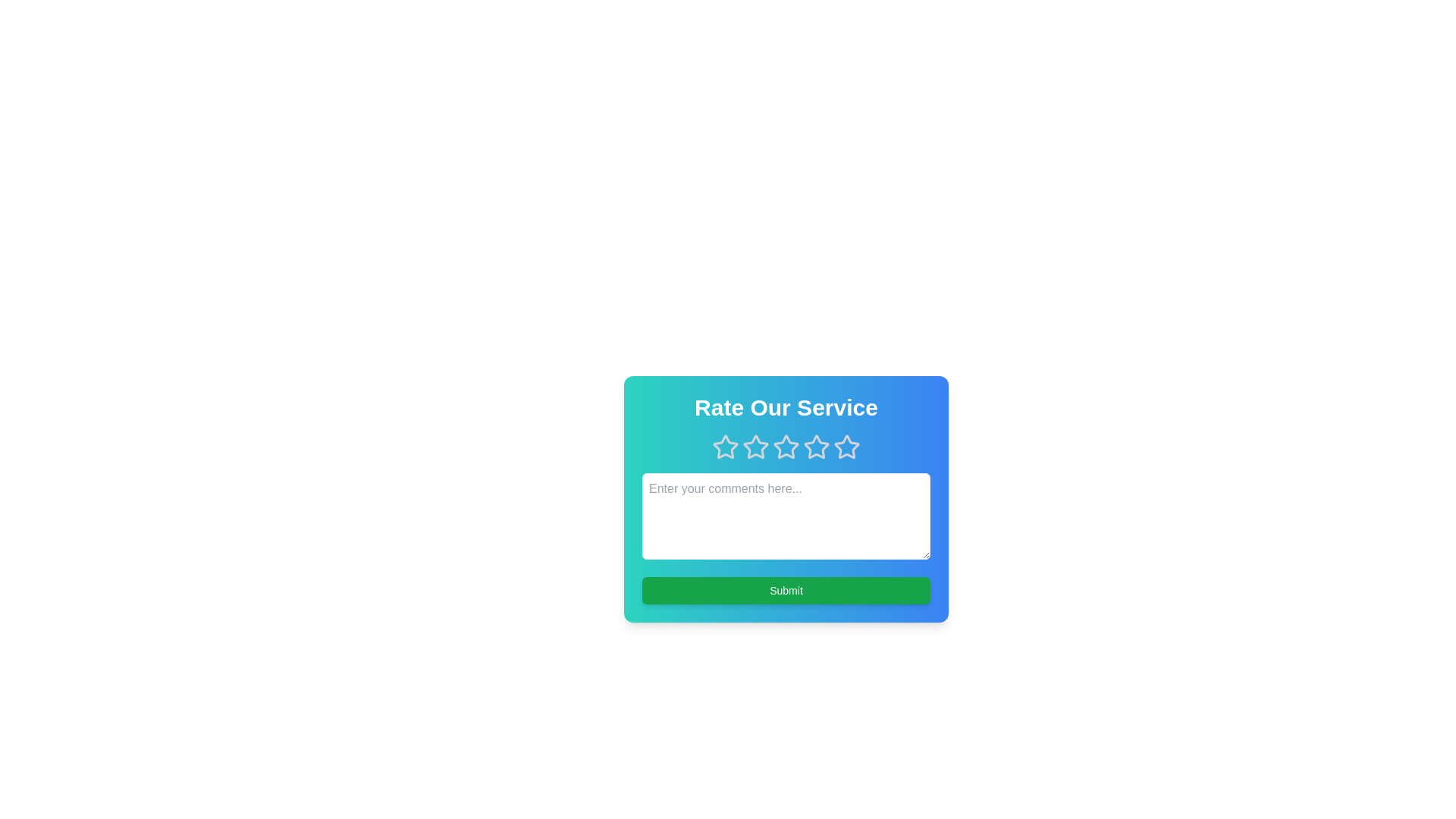 The height and width of the screenshot is (819, 1456). I want to click on the star corresponding to the desired rating value 4, so click(815, 447).